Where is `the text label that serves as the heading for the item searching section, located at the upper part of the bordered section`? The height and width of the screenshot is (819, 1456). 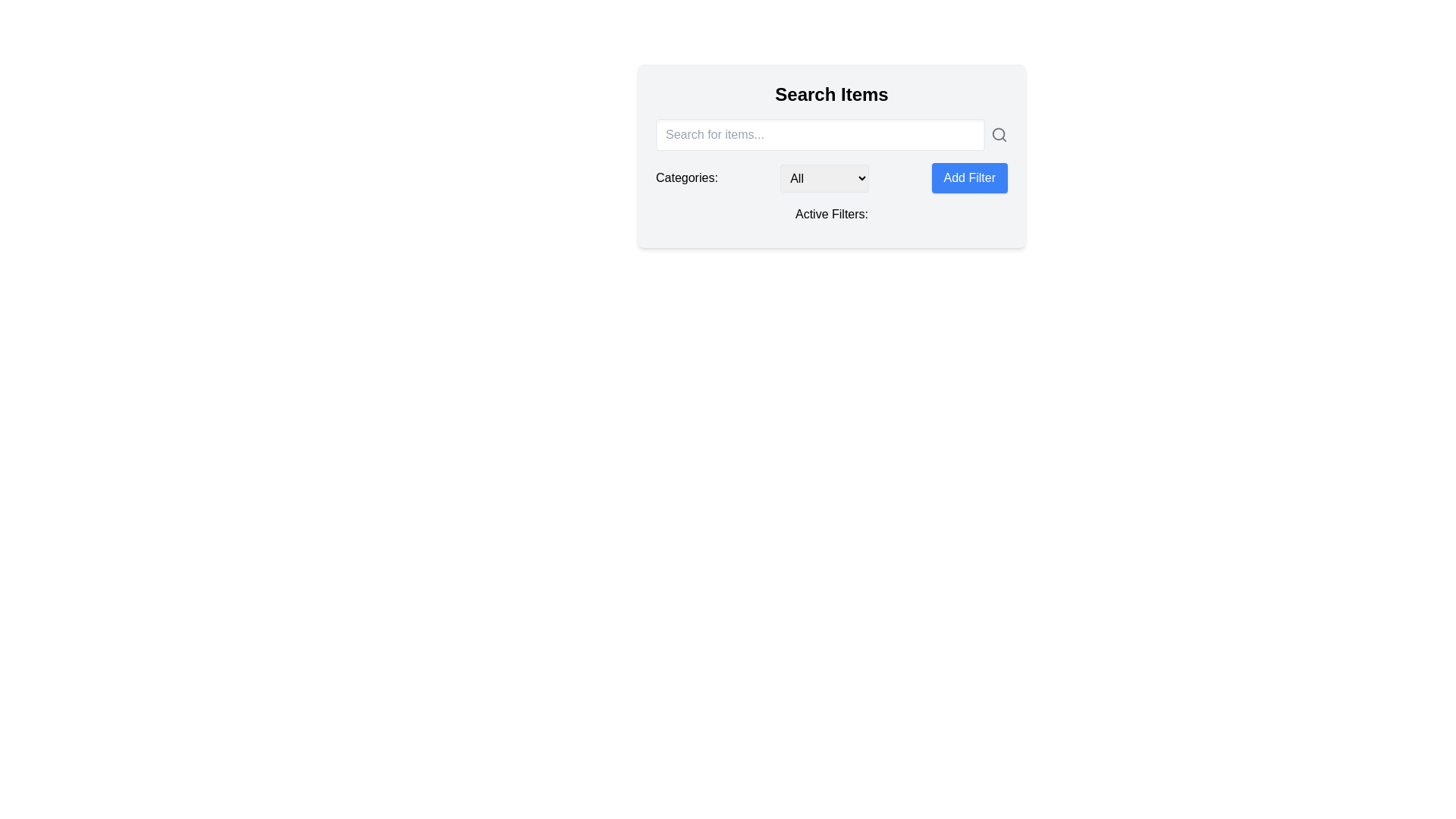 the text label that serves as the heading for the item searching section, located at the upper part of the bordered section is located at coordinates (831, 94).